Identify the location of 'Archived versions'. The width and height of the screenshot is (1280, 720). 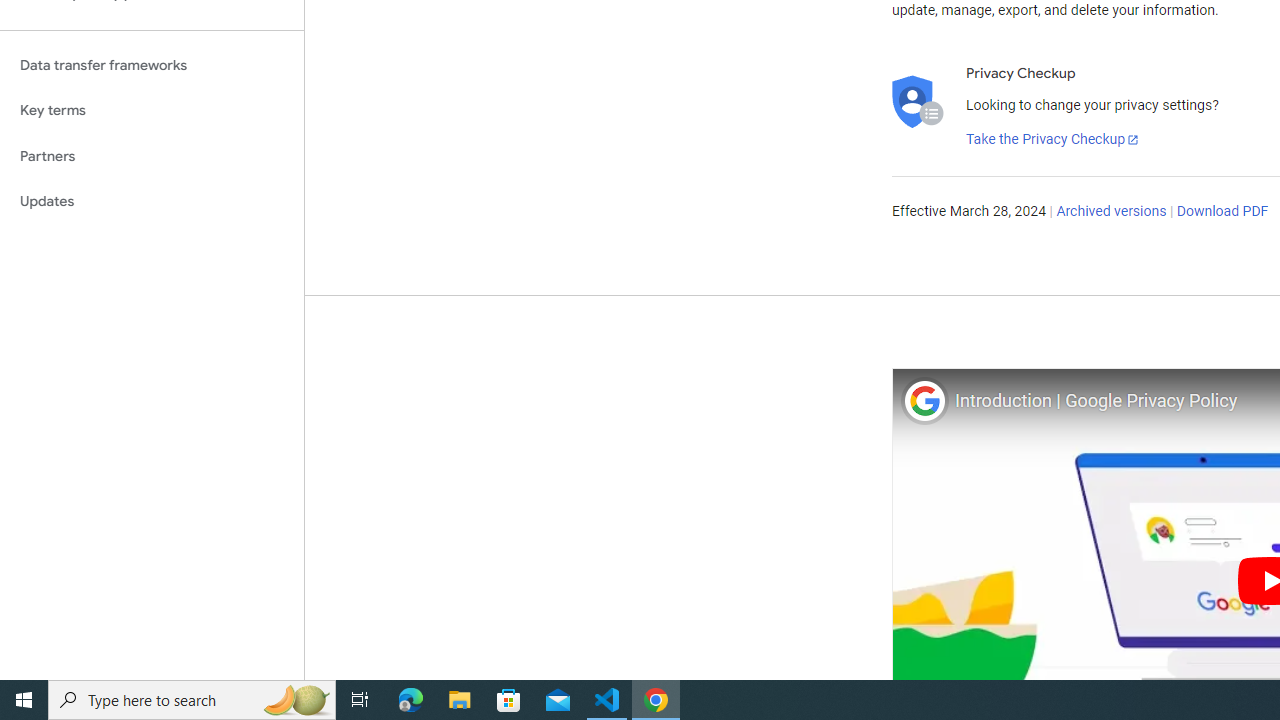
(1110, 212).